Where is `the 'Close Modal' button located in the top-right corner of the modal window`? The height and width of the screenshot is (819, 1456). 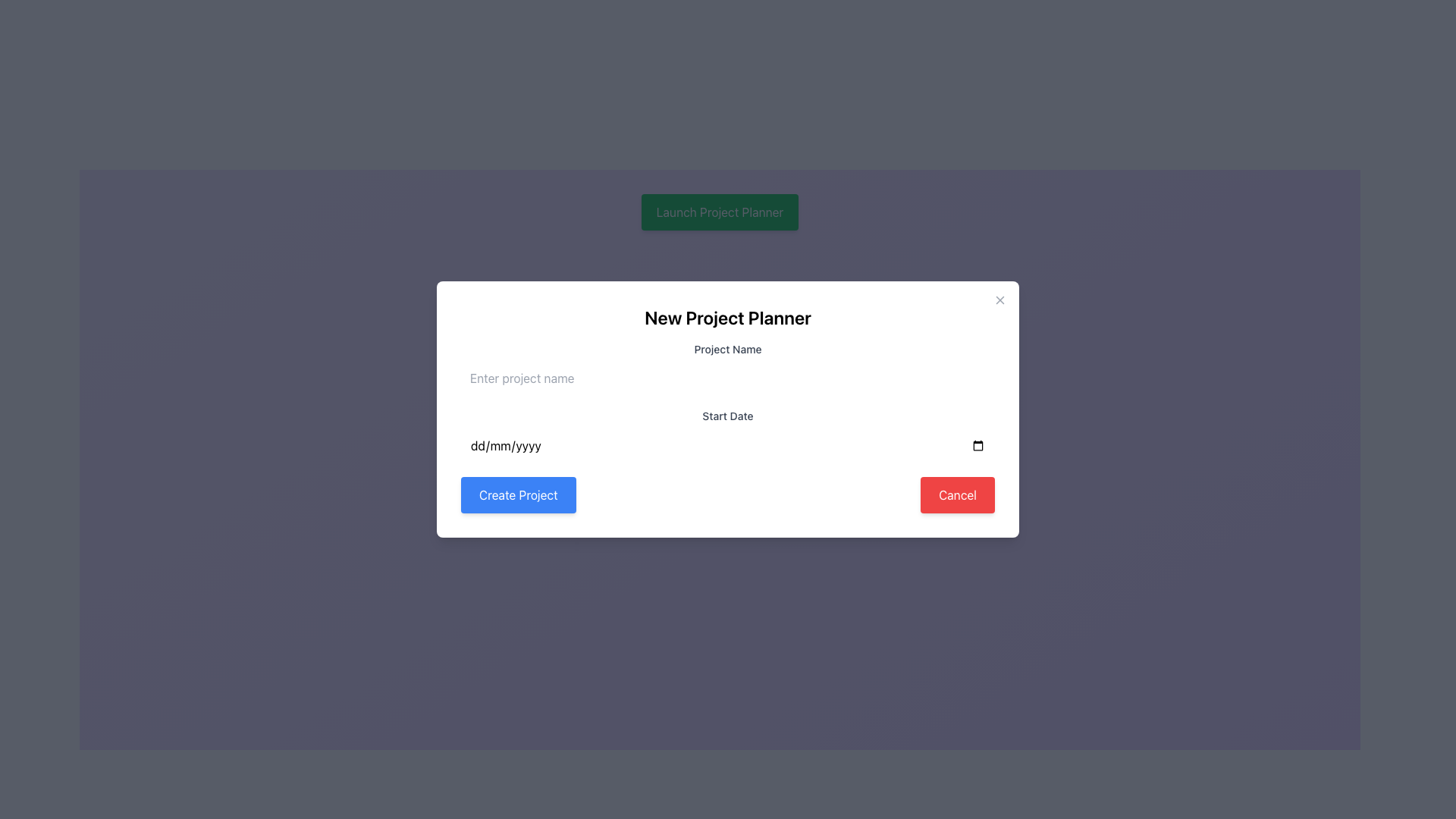 the 'Close Modal' button located in the top-right corner of the modal window is located at coordinates (1000, 300).